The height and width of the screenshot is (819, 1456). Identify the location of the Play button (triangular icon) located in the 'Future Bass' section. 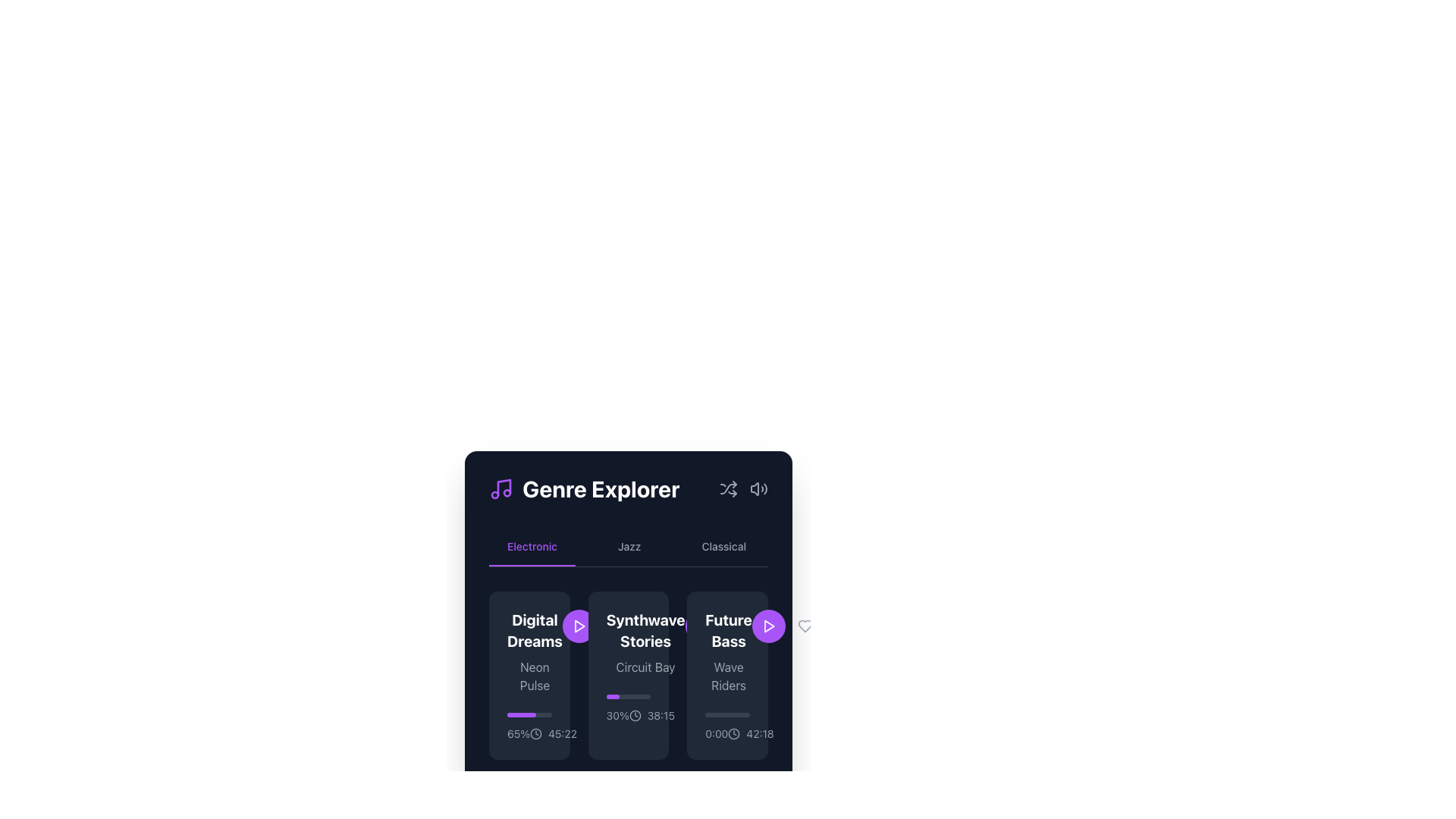
(701, 626).